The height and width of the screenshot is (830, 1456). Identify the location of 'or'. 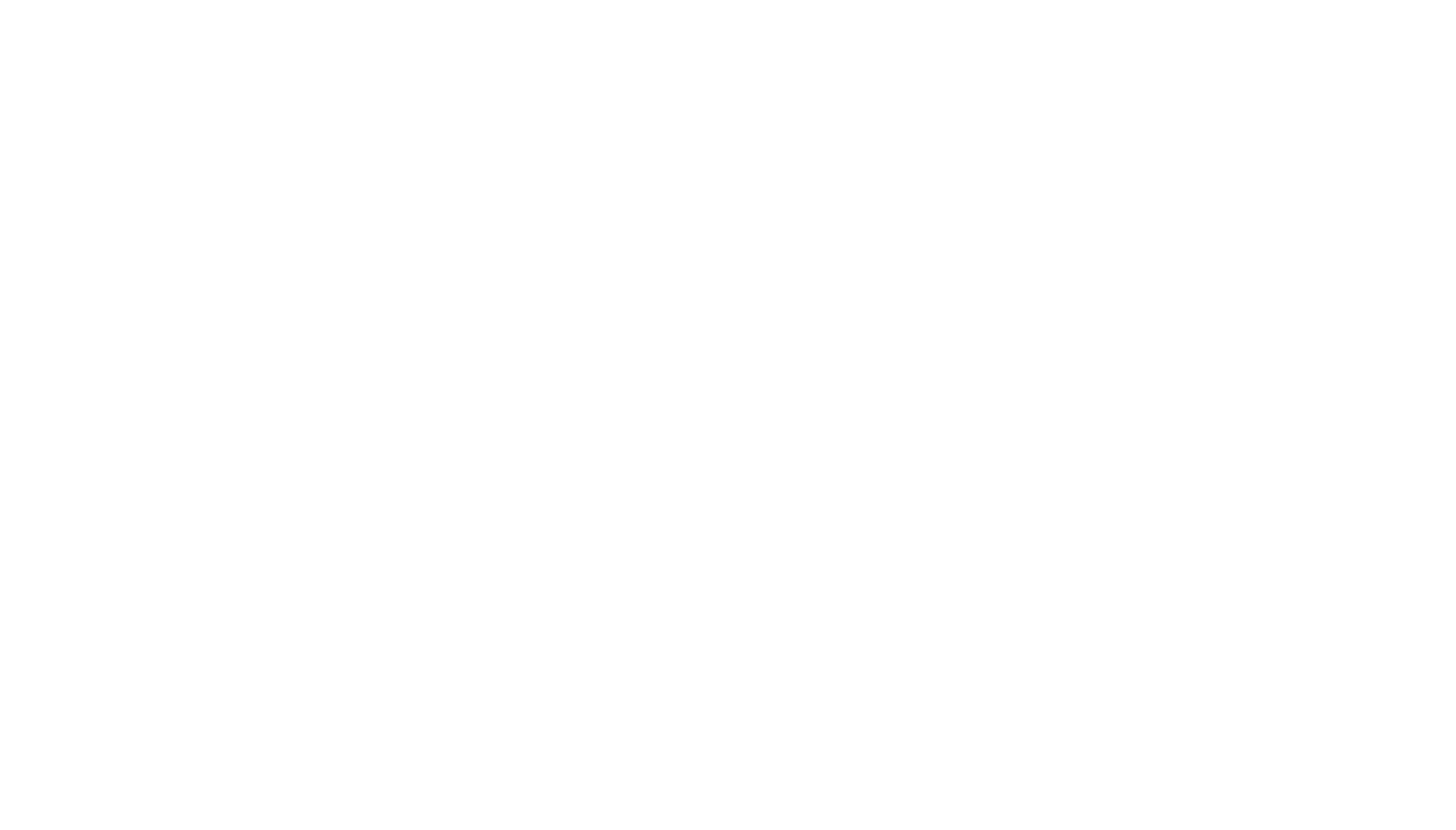
(423, 741).